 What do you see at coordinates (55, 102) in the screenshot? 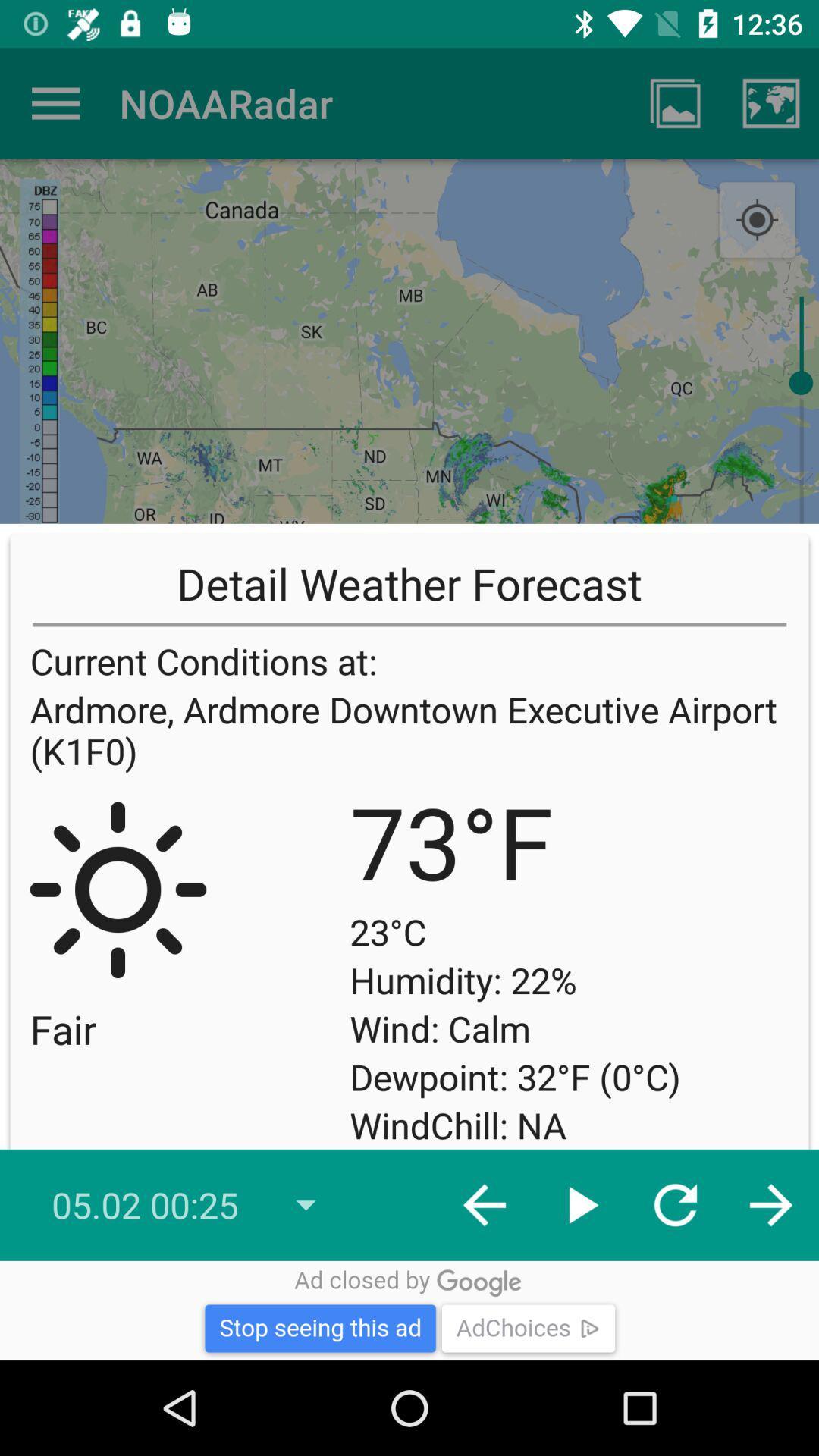
I see `the menu` at bounding box center [55, 102].